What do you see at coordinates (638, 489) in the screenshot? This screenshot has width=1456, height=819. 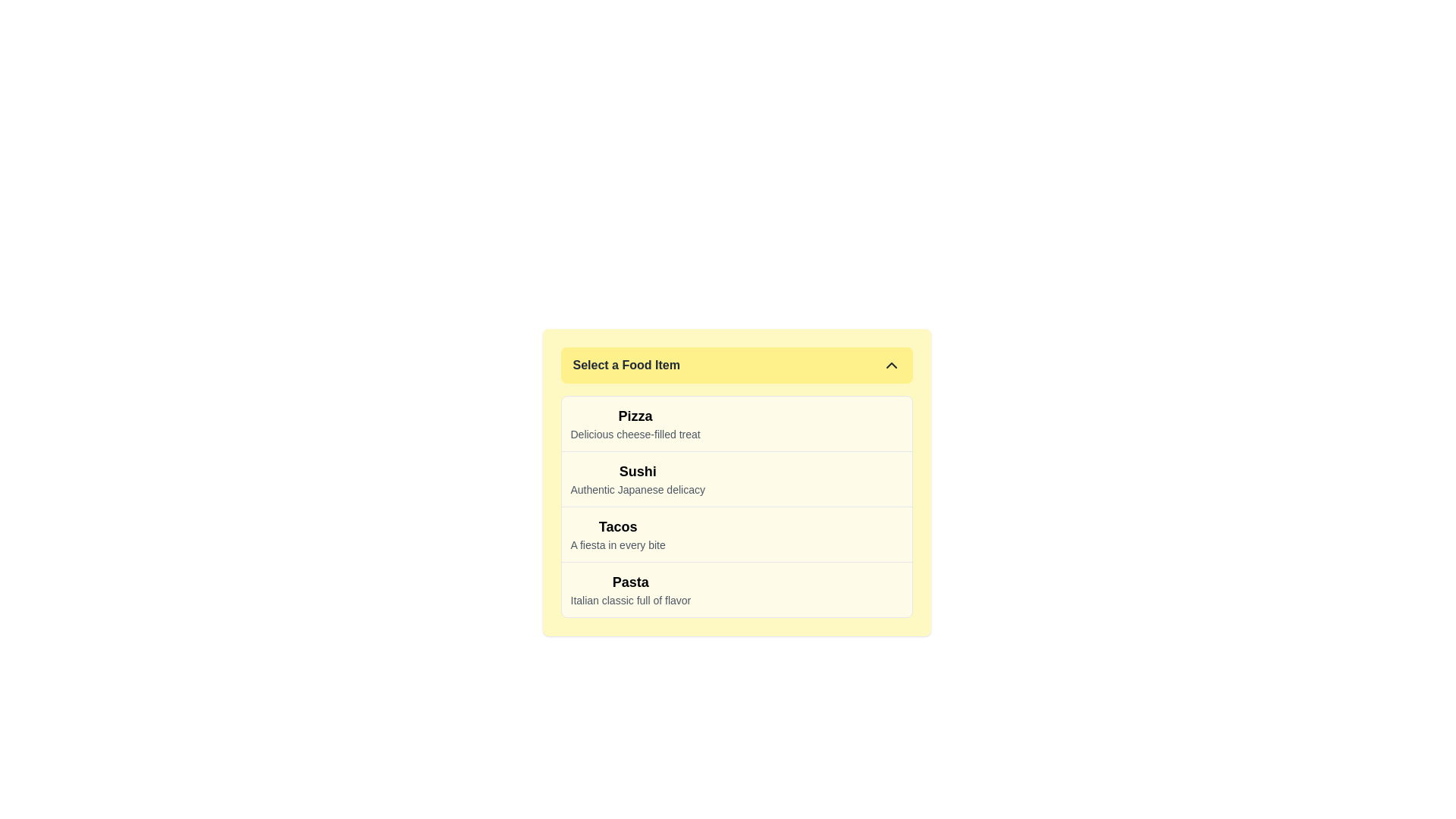 I see `the text label that provides additional details about the food item 'Sushi', which is centrally aligned underneath the title 'Sushi' in the dropdown menu` at bounding box center [638, 489].